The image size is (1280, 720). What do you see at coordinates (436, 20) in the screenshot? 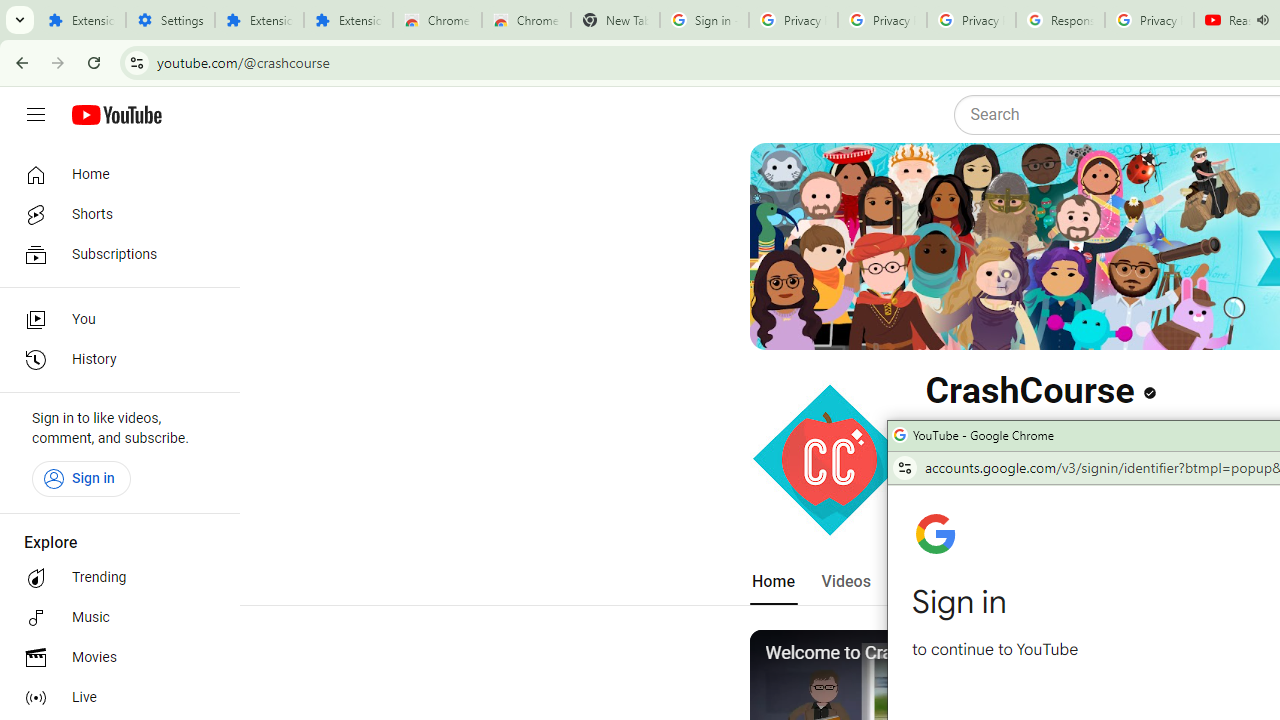
I see `'Chrome Web Store'` at bounding box center [436, 20].